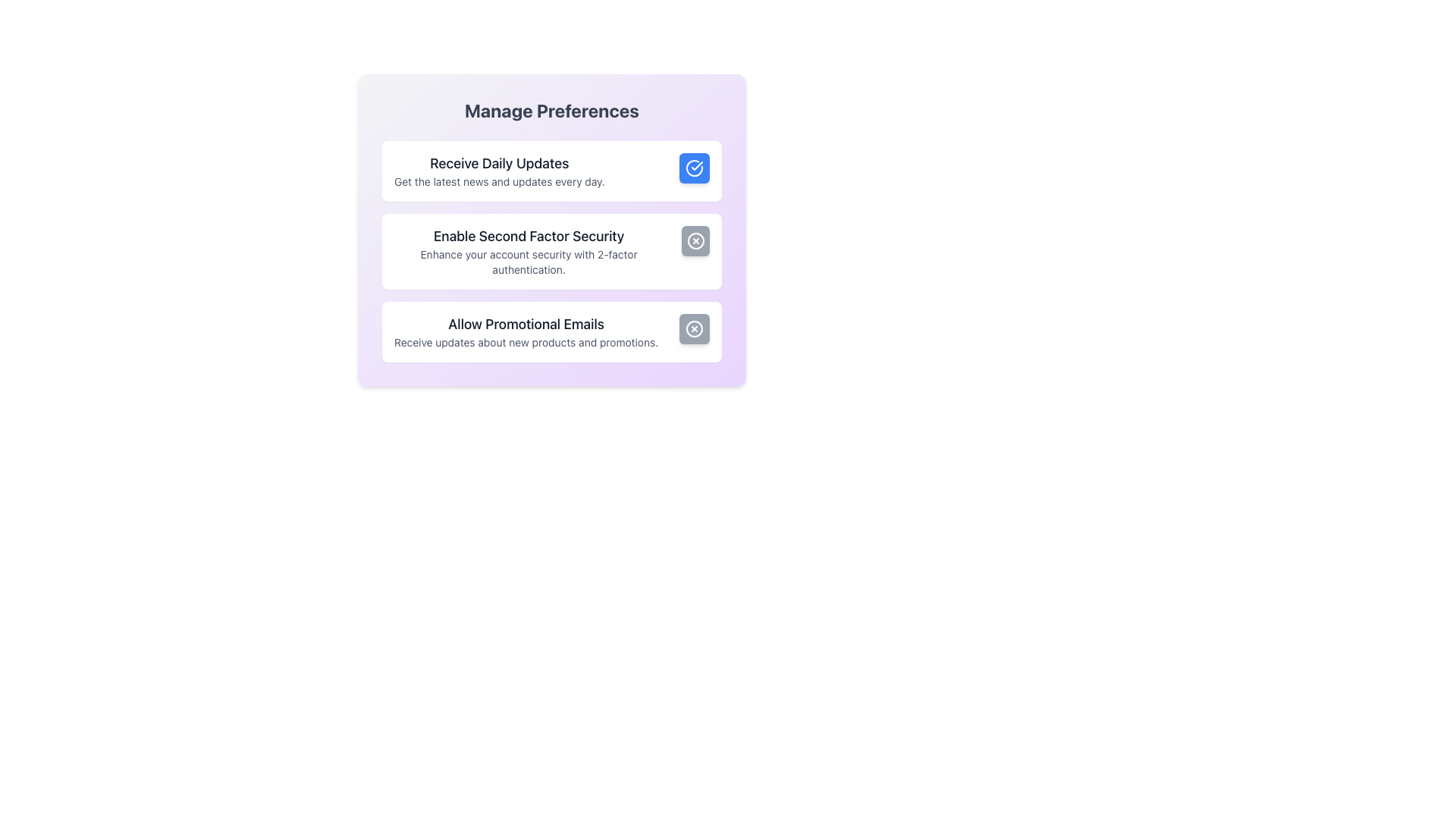 The height and width of the screenshot is (819, 1456). I want to click on the toggle button located, so click(695, 240).